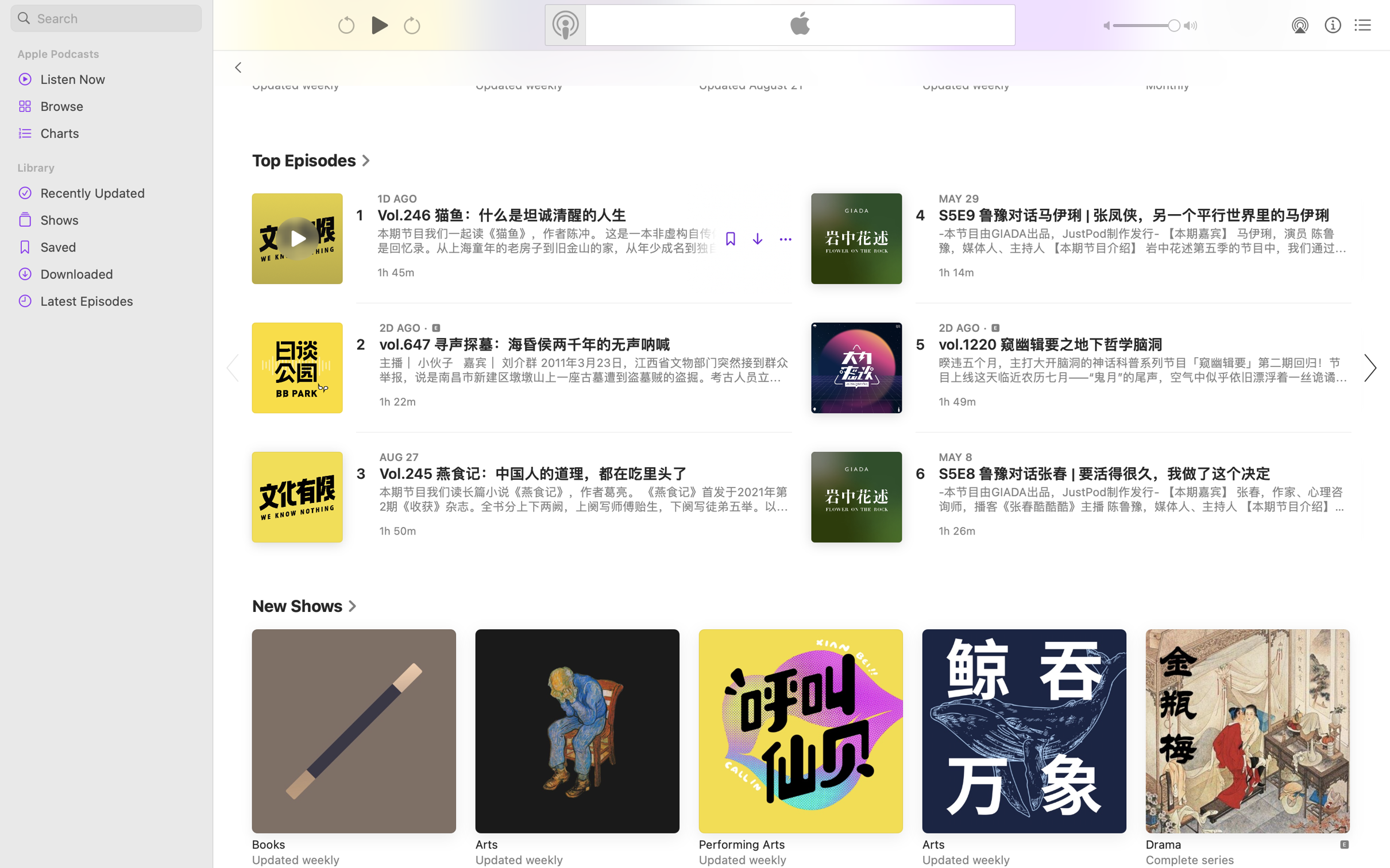 Image resolution: width=1390 pixels, height=868 pixels. What do you see at coordinates (1146, 25) in the screenshot?
I see `'1.0'` at bounding box center [1146, 25].